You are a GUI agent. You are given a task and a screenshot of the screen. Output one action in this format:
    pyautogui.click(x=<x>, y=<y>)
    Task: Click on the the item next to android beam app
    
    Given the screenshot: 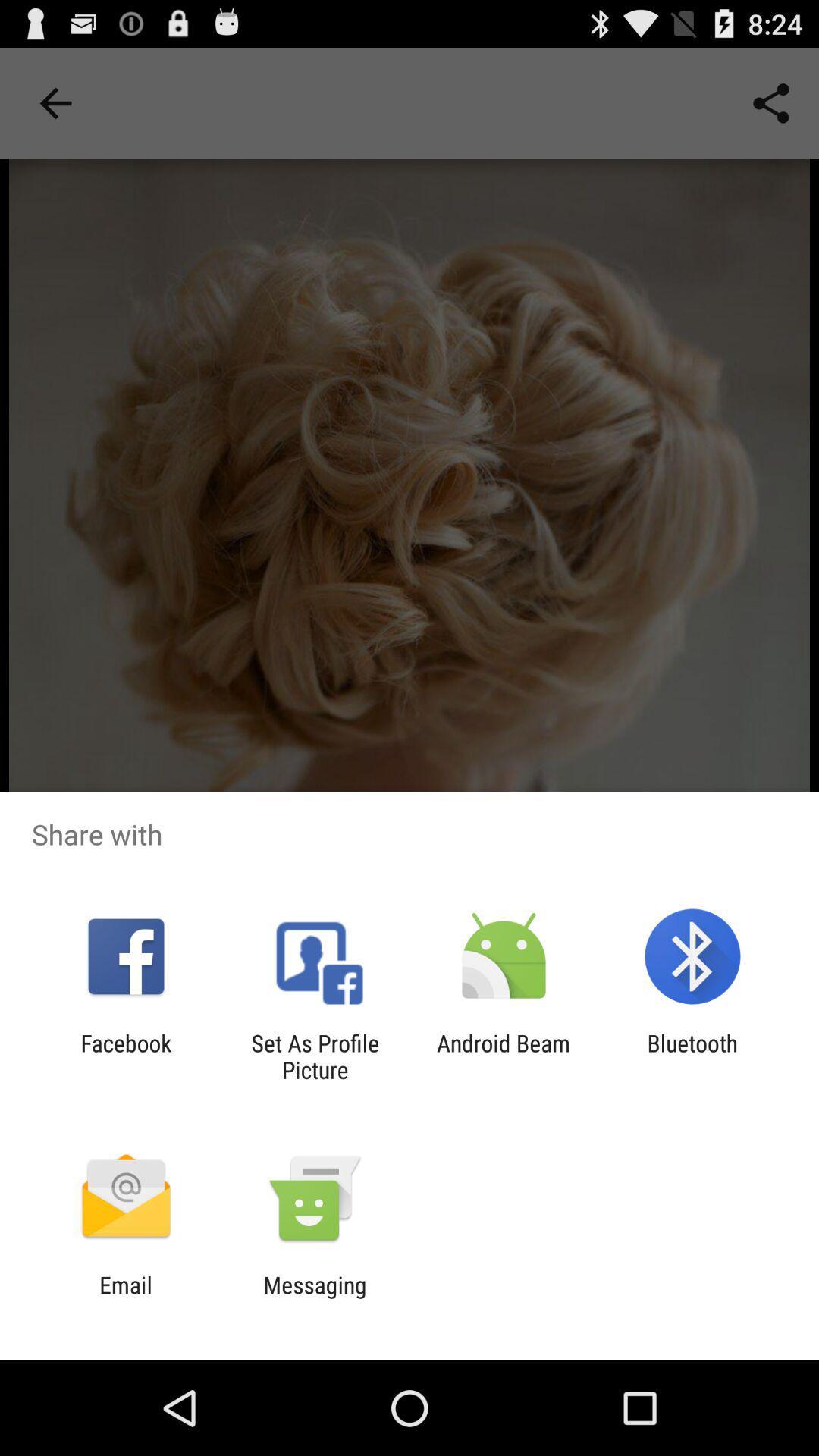 What is the action you would take?
    pyautogui.click(x=692, y=1056)
    